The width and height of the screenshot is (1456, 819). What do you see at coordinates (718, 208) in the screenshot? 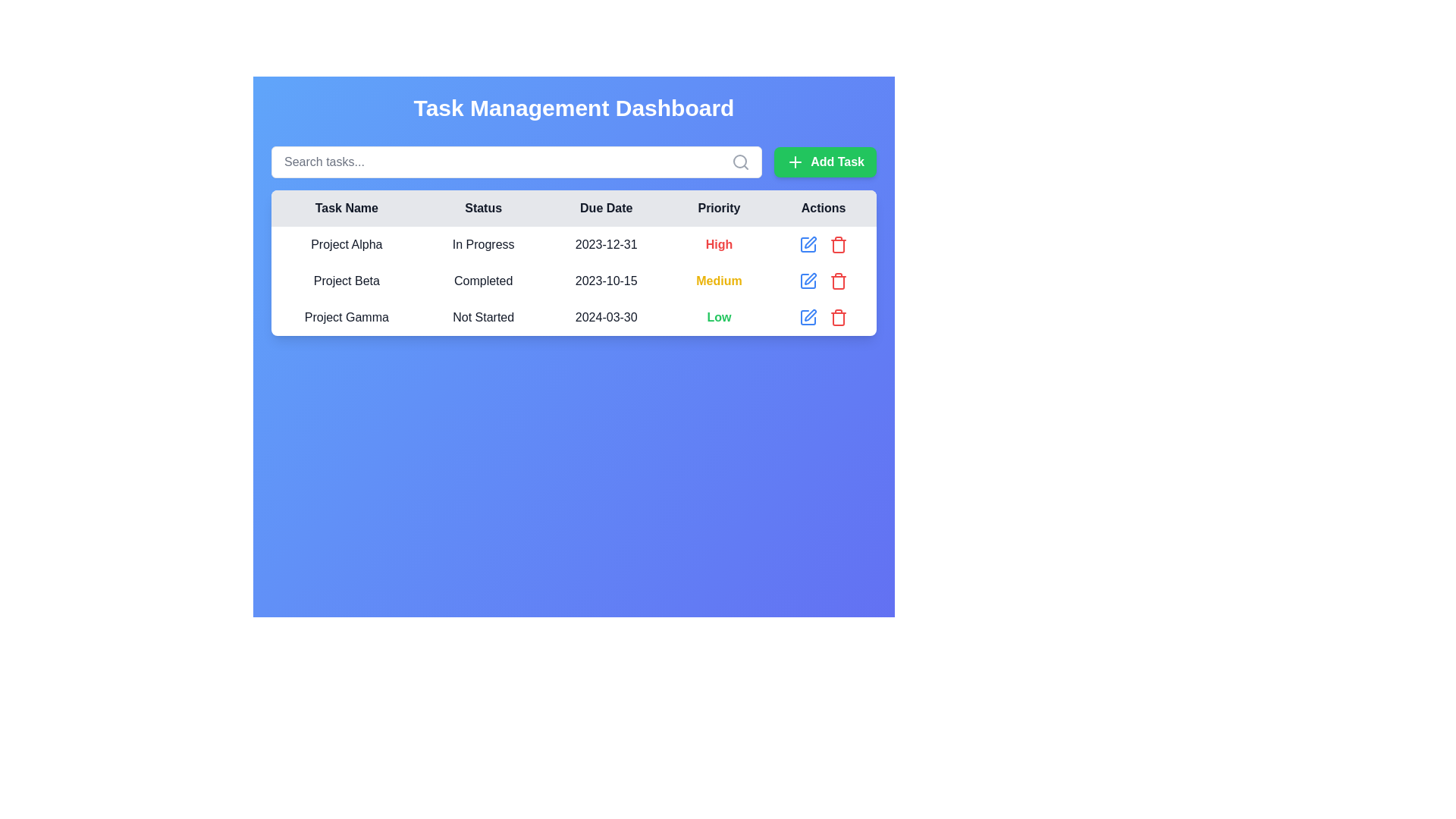
I see `the fourth column header in the table, which serves as a label for the corresponding column listing priority levels of tasks, located between the 'Due Date' and 'Actions' headers` at bounding box center [718, 208].